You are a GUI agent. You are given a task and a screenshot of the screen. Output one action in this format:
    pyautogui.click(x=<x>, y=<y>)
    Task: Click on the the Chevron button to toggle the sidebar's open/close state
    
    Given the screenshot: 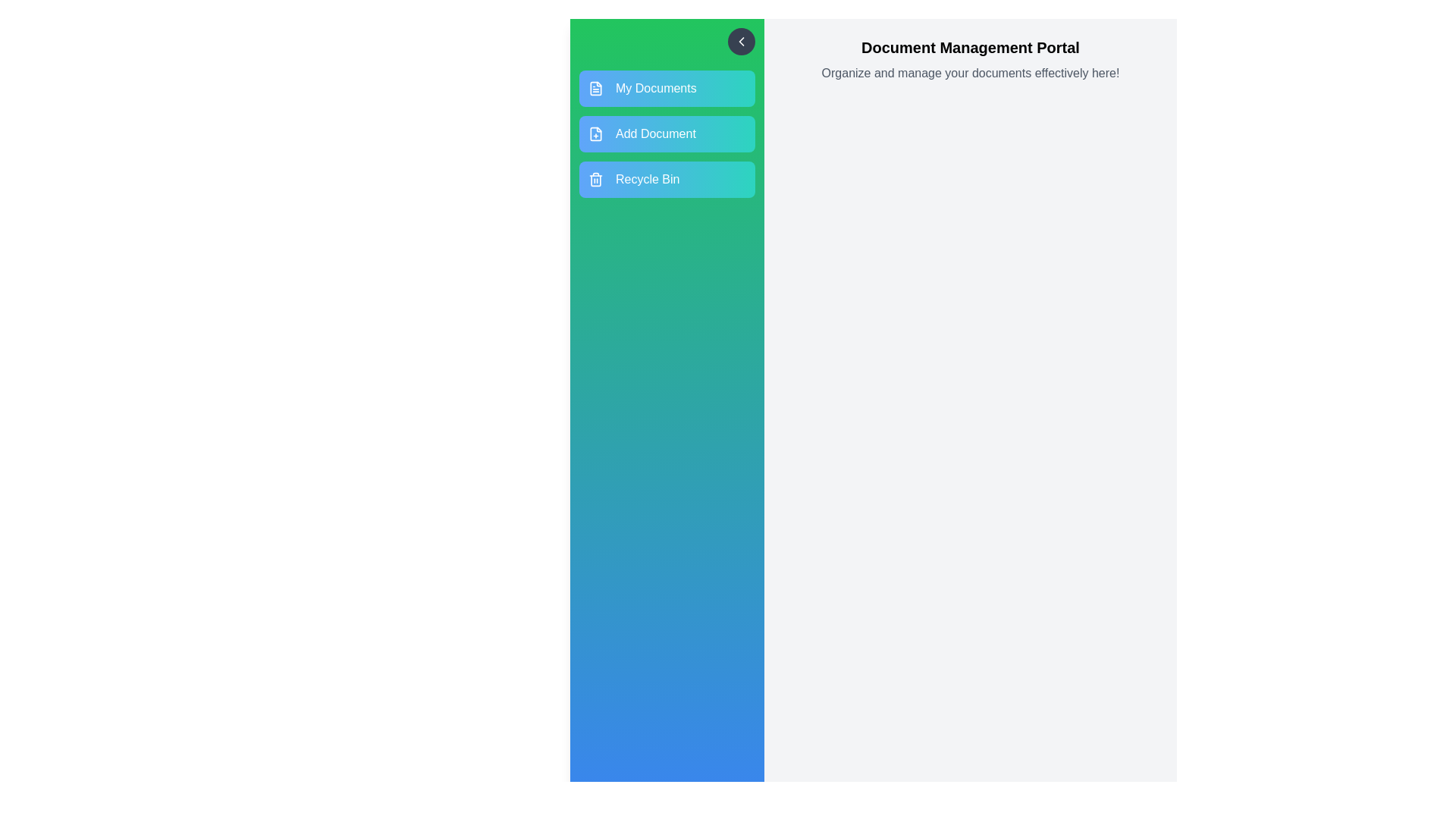 What is the action you would take?
    pyautogui.click(x=742, y=40)
    